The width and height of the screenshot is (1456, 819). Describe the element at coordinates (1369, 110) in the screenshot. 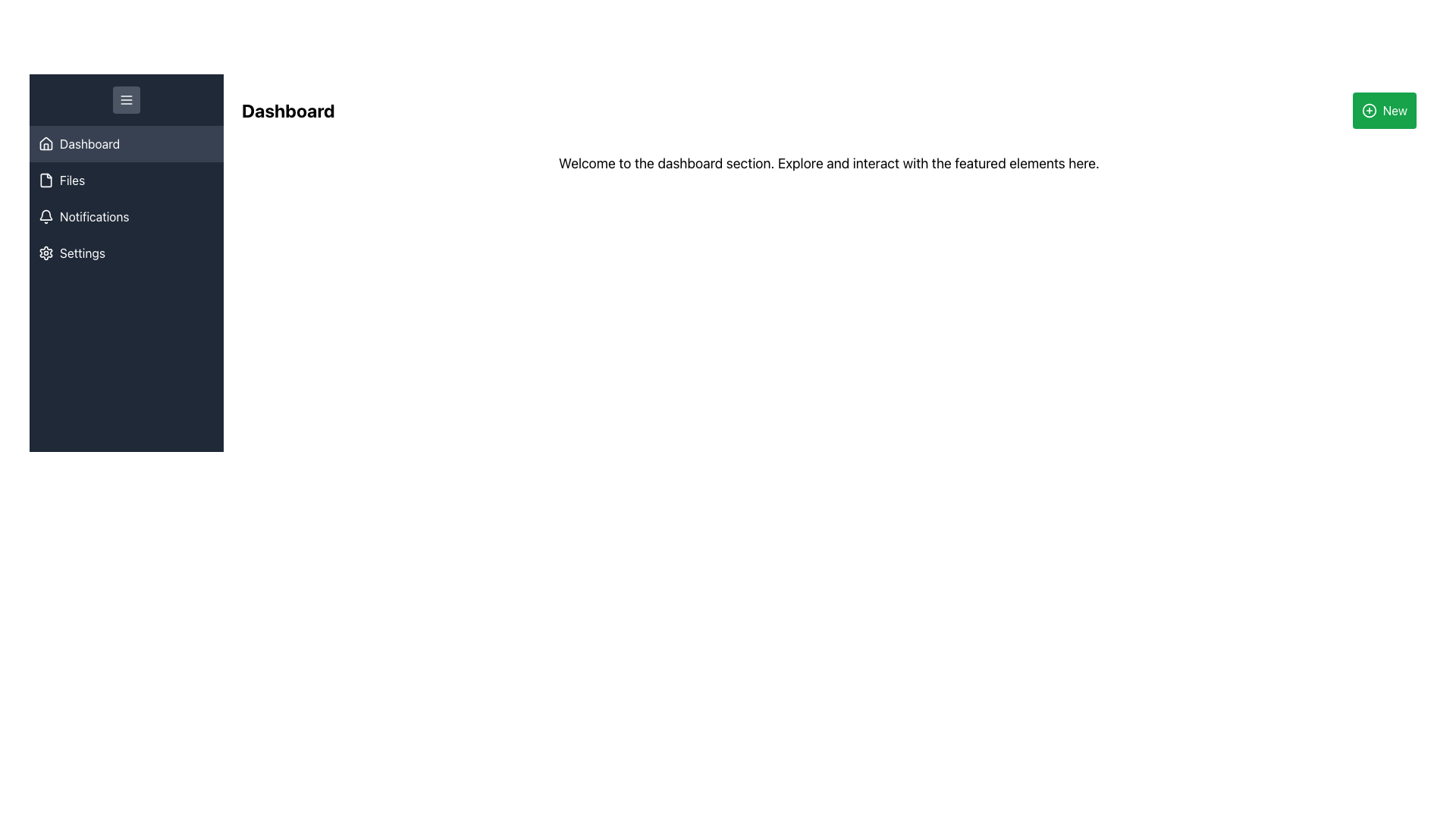

I see `the Icon that indicates the creation of a new item, which is located inside the green 'New' button in the top-right corner of the interface` at that location.